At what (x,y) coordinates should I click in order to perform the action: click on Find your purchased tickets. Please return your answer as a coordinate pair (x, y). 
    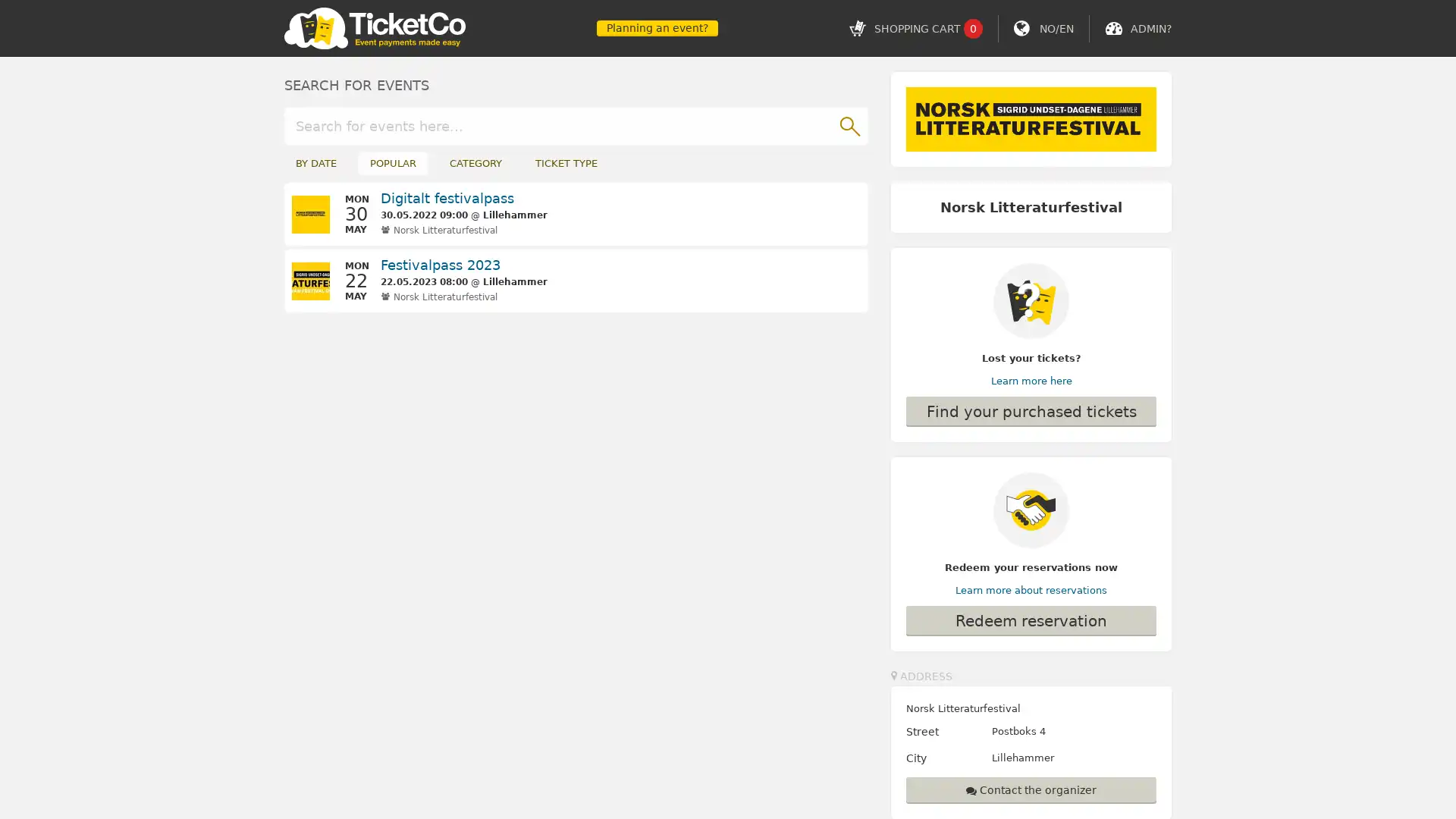
    Looking at the image, I should click on (1031, 411).